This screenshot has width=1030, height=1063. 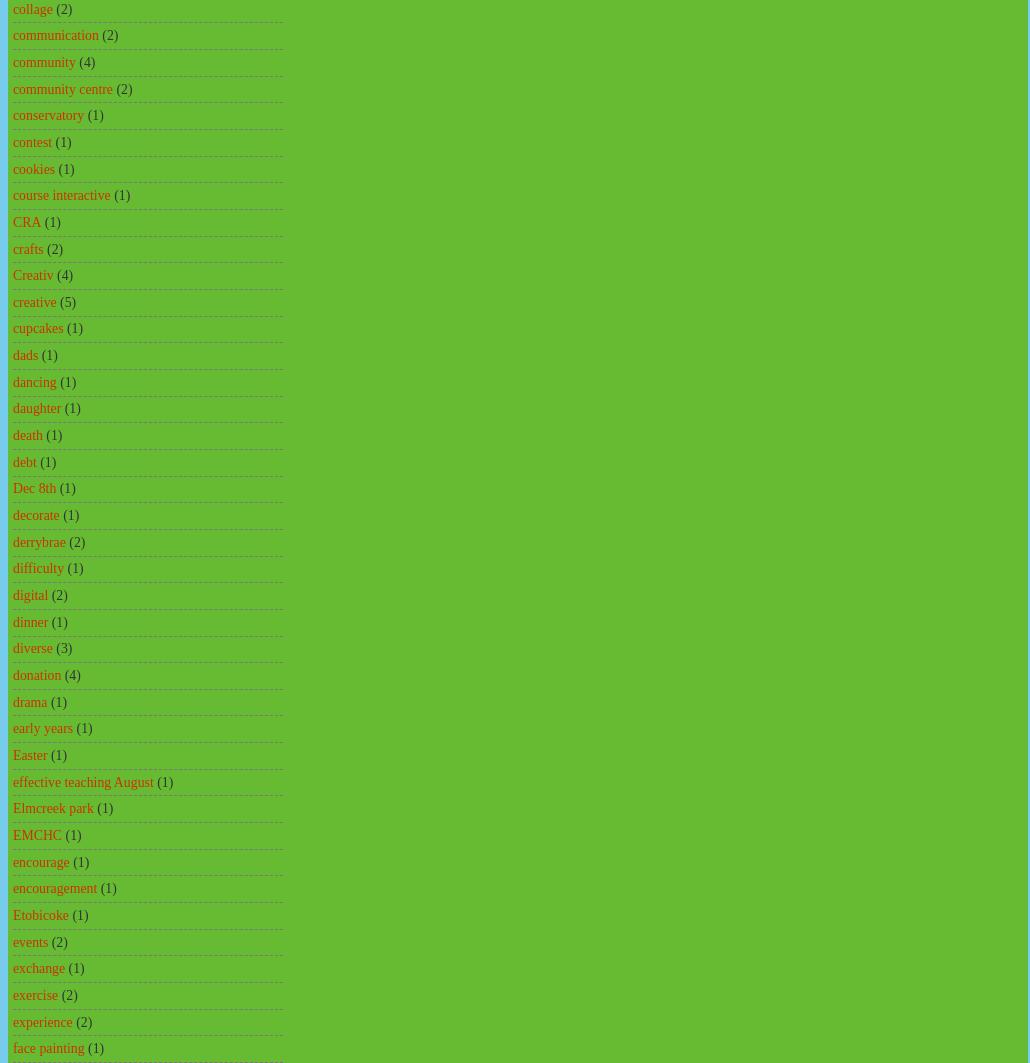 What do you see at coordinates (36, 674) in the screenshot?
I see `'donation'` at bounding box center [36, 674].